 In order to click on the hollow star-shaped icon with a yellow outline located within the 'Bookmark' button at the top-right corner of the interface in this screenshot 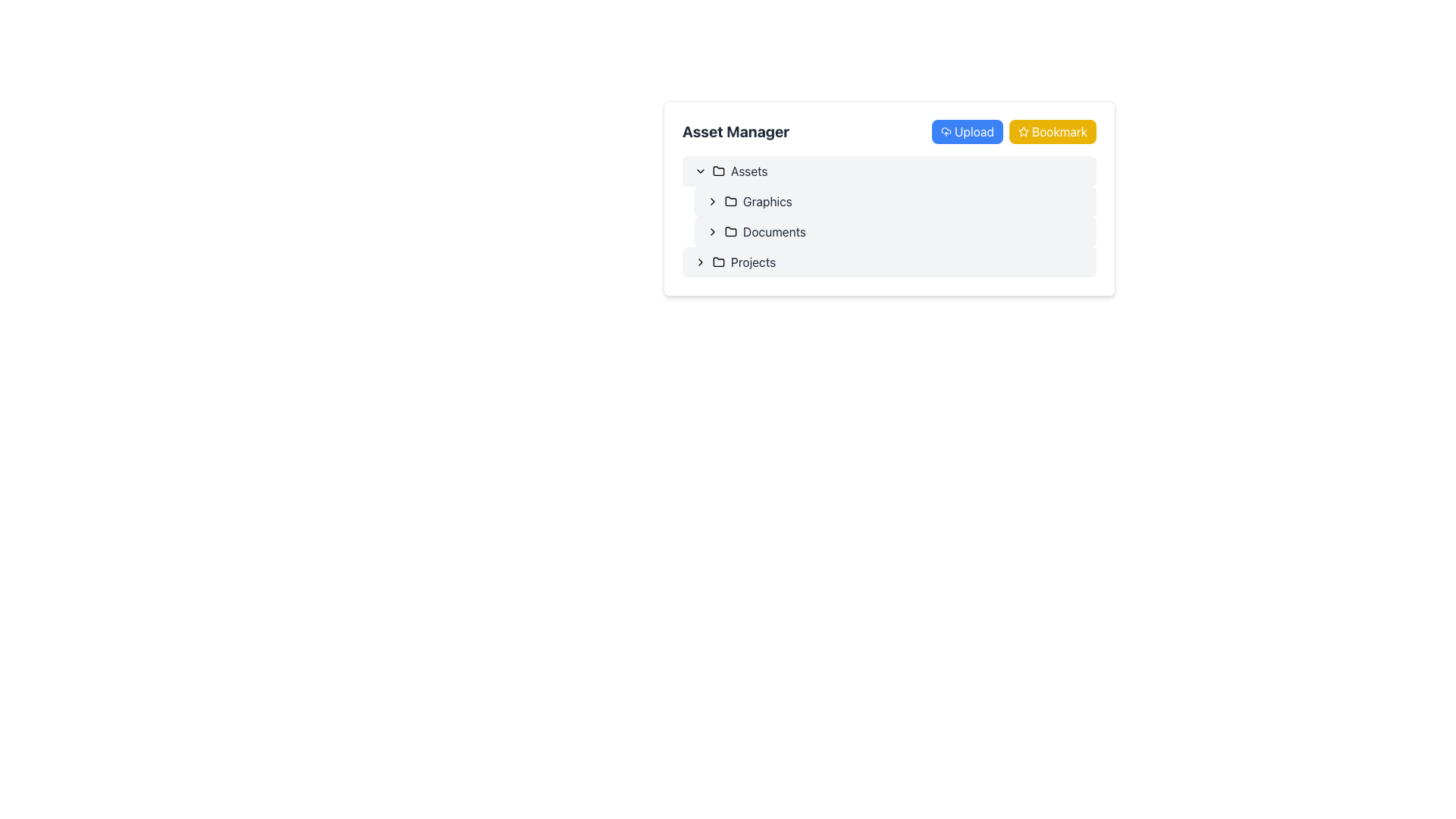, I will do `click(1023, 130)`.